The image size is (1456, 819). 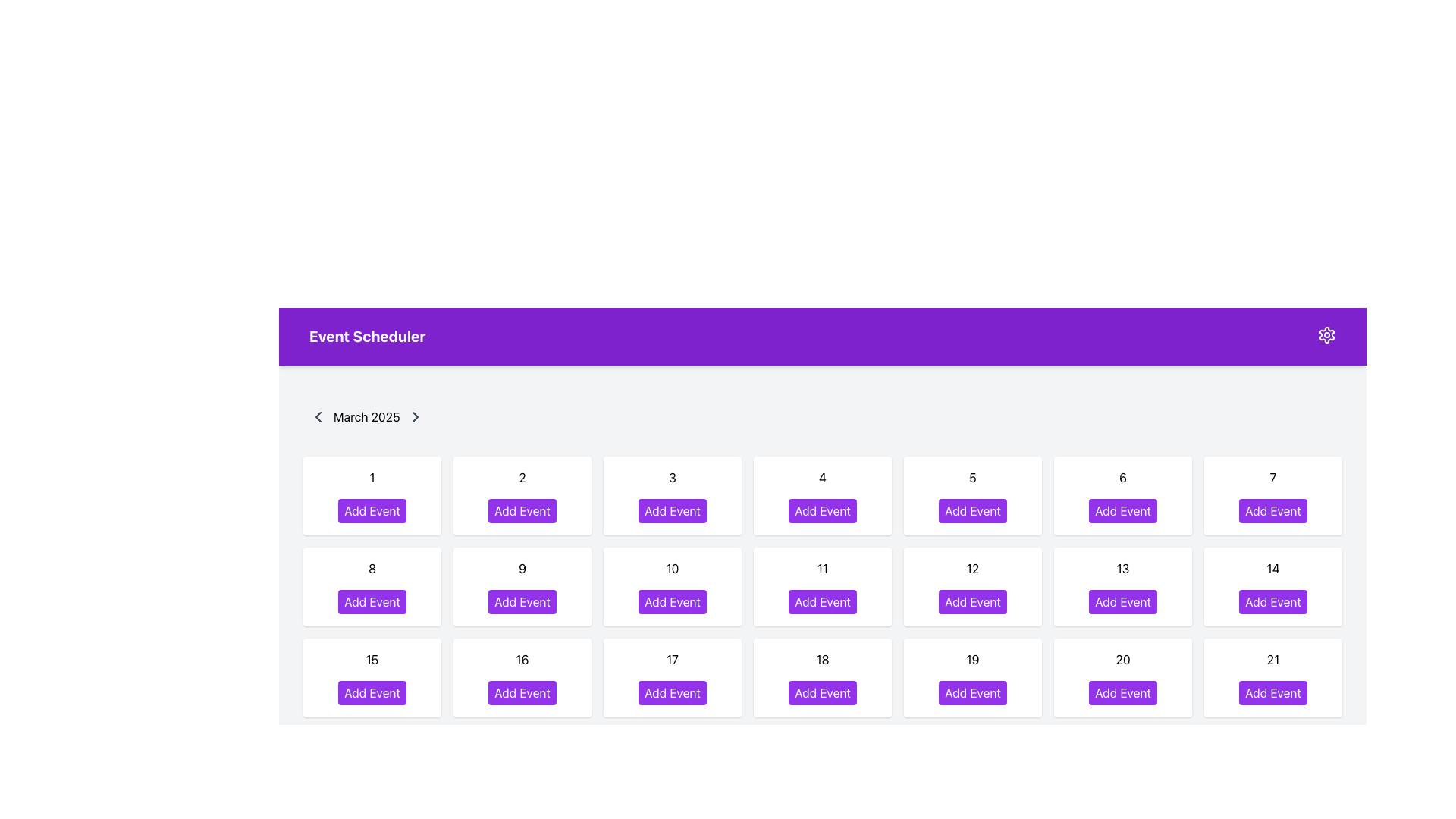 I want to click on the bold text label 'Event Scheduler' located in the top-left portion of the purple header bar, so click(x=367, y=335).